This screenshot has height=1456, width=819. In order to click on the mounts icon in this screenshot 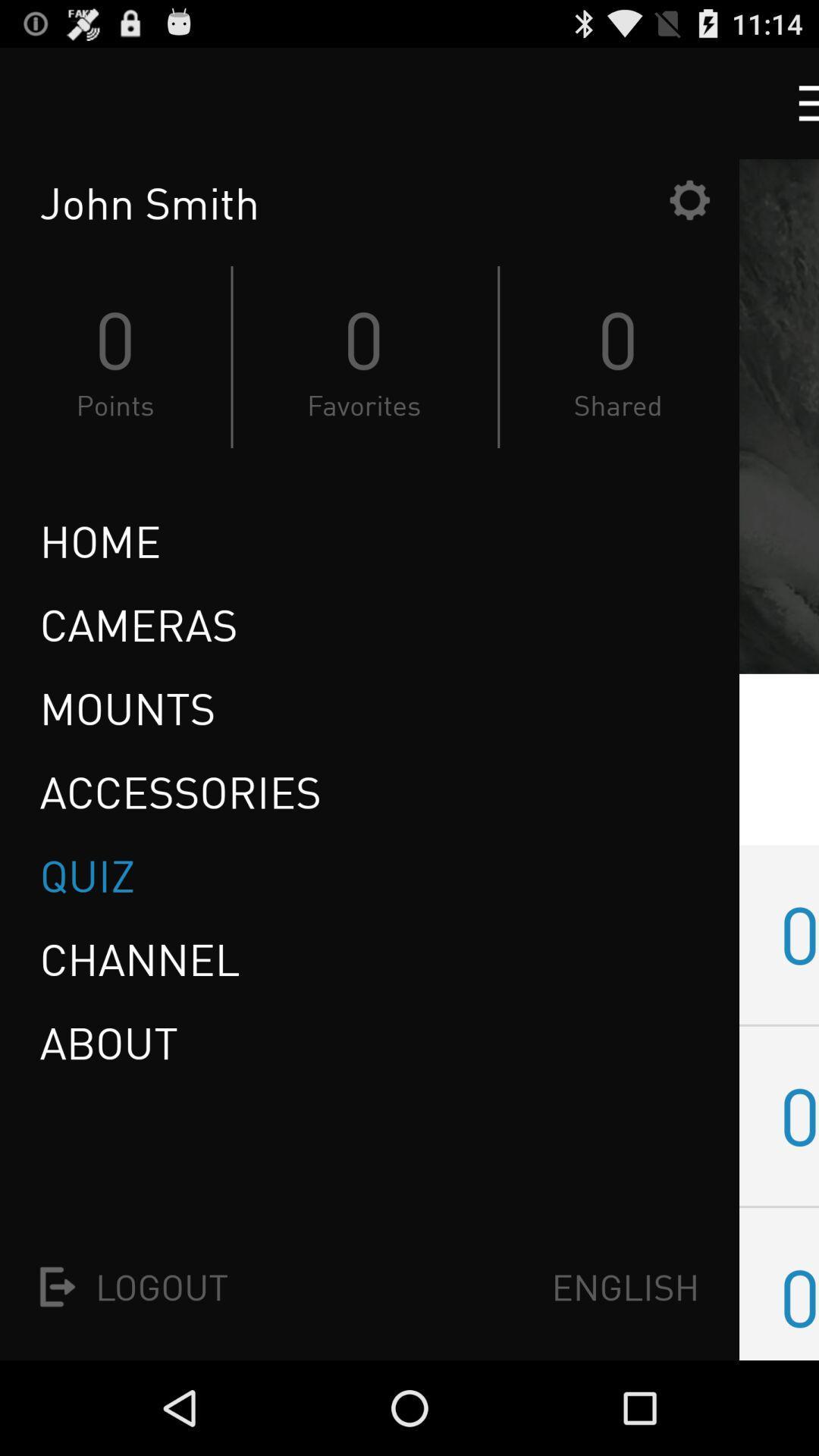, I will do `click(127, 708)`.